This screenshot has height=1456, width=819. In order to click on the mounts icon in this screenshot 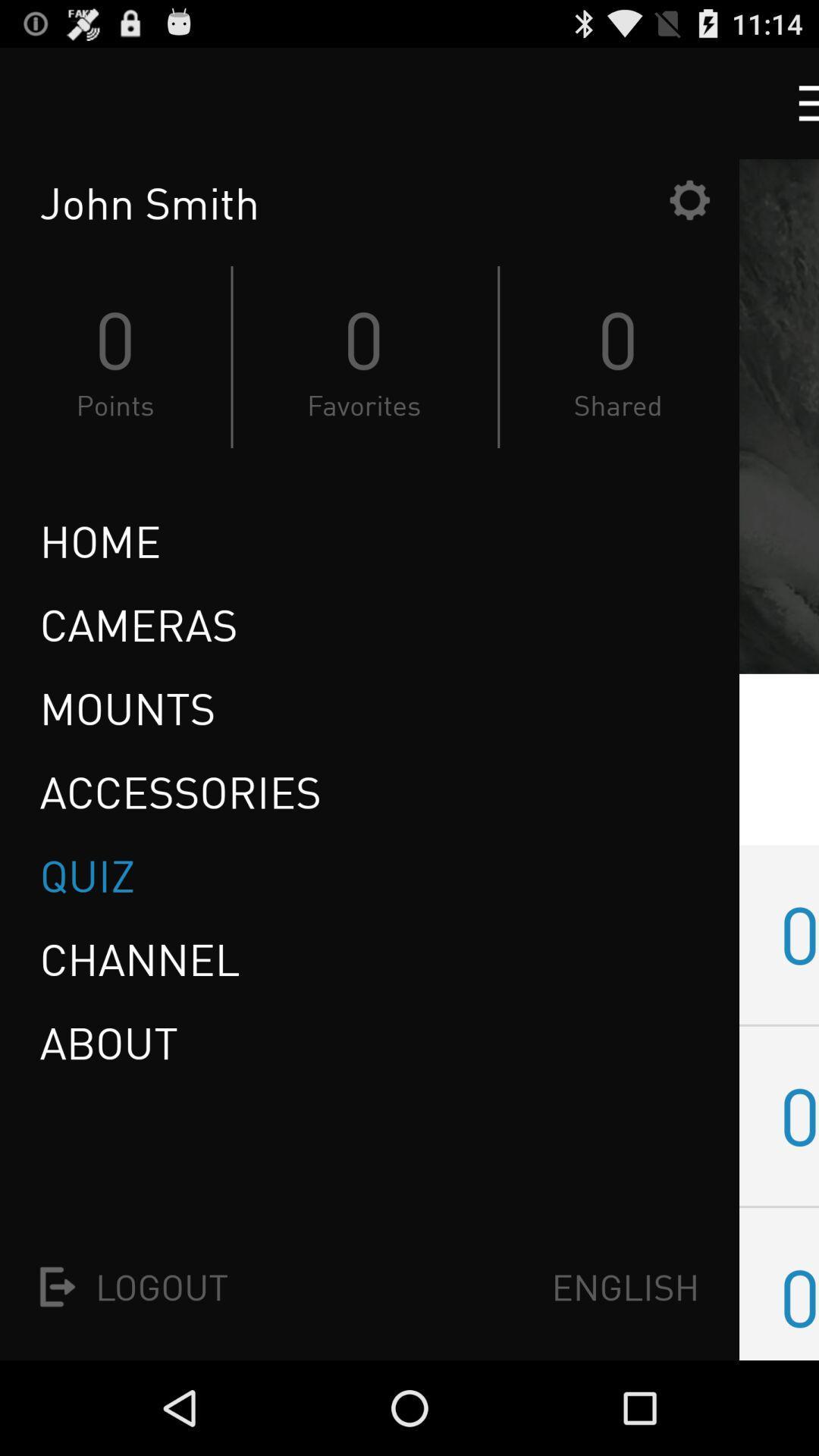, I will do `click(127, 708)`.